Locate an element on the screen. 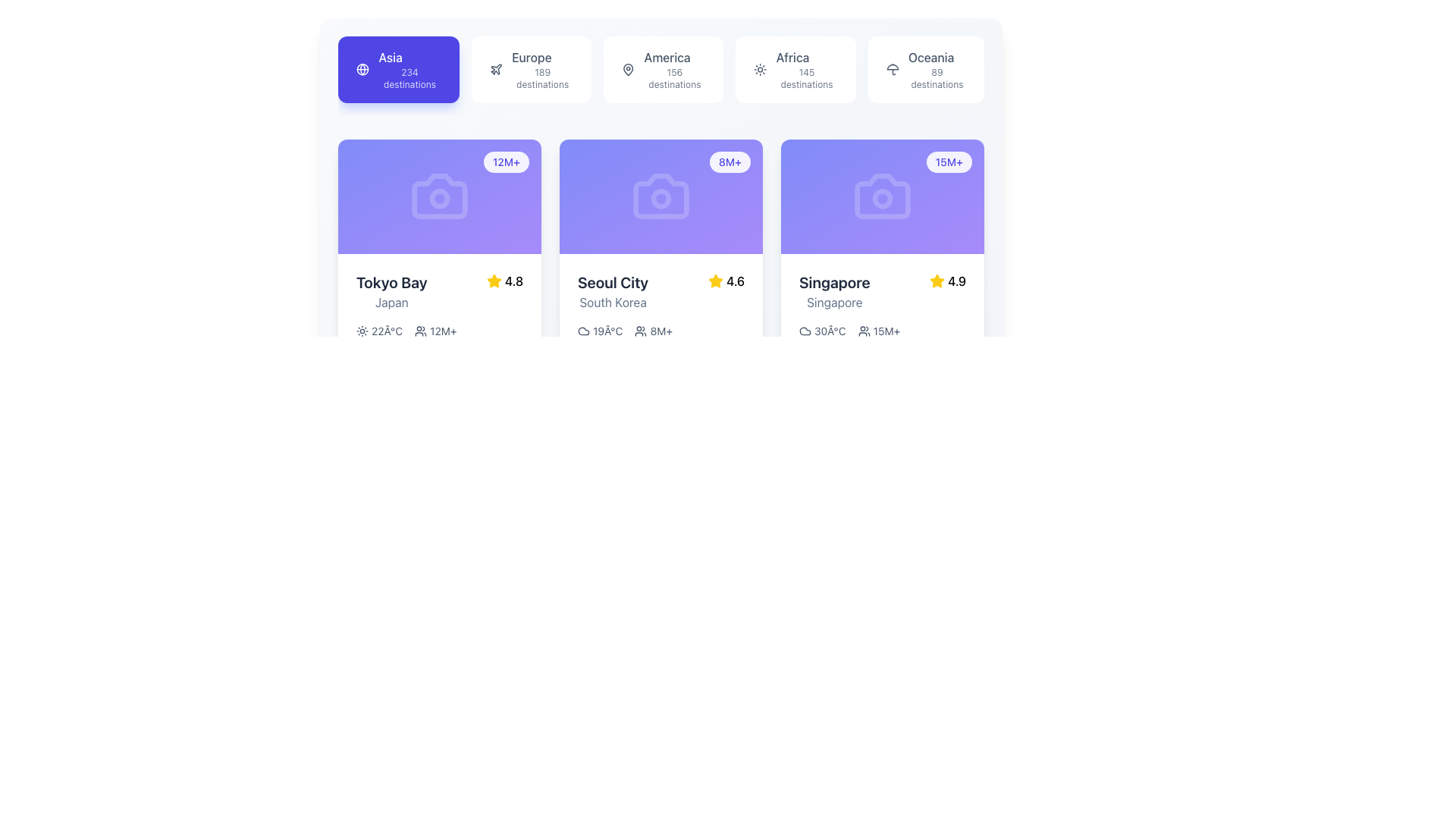 Image resolution: width=1456 pixels, height=819 pixels. the 'Seoul City' destination card, which is the second panel in the horizontally scrolling list of destination cards is located at coordinates (661, 341).